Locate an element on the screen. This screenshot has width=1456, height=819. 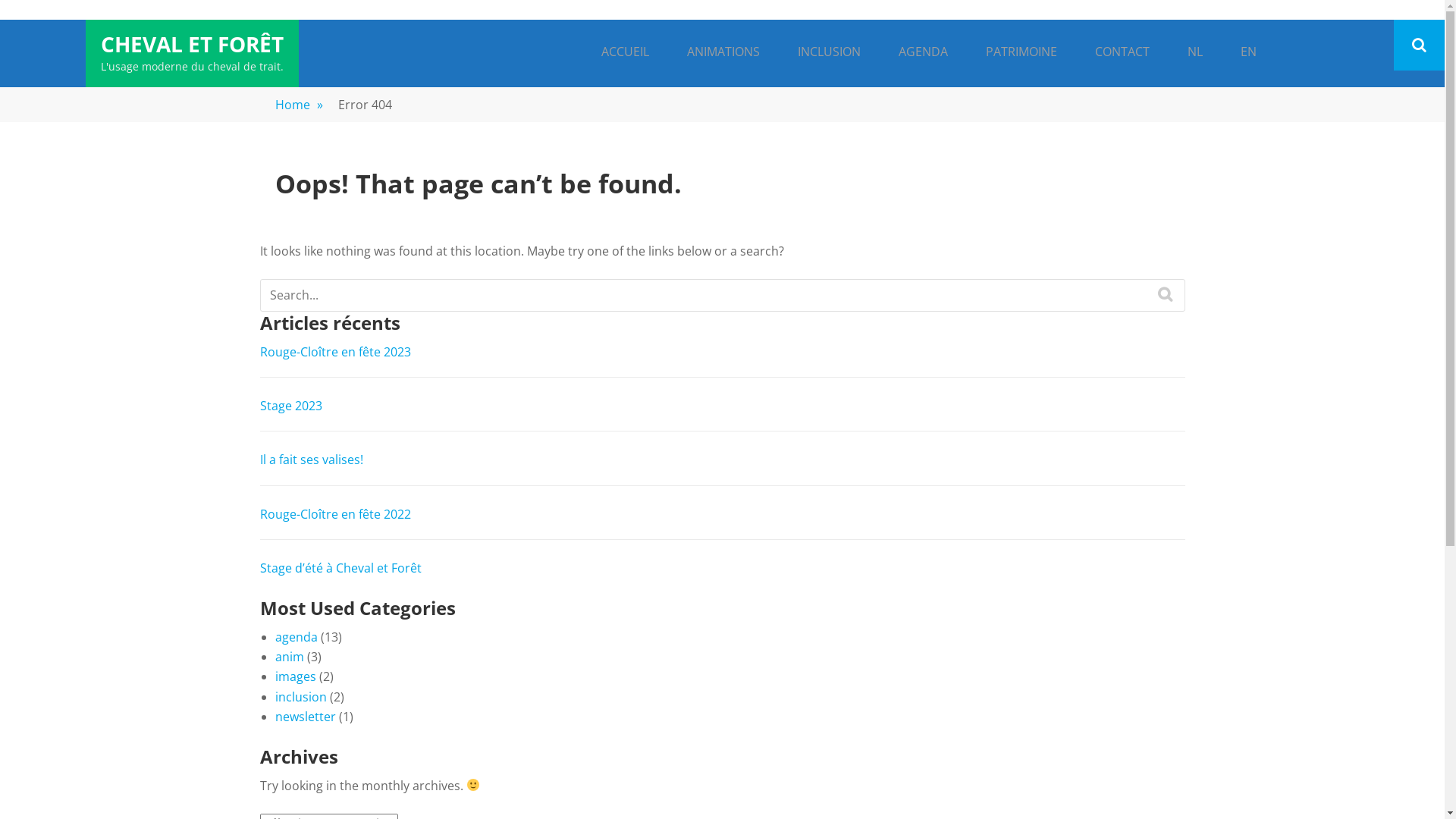
'ANIMATIONS' is located at coordinates (722, 52).